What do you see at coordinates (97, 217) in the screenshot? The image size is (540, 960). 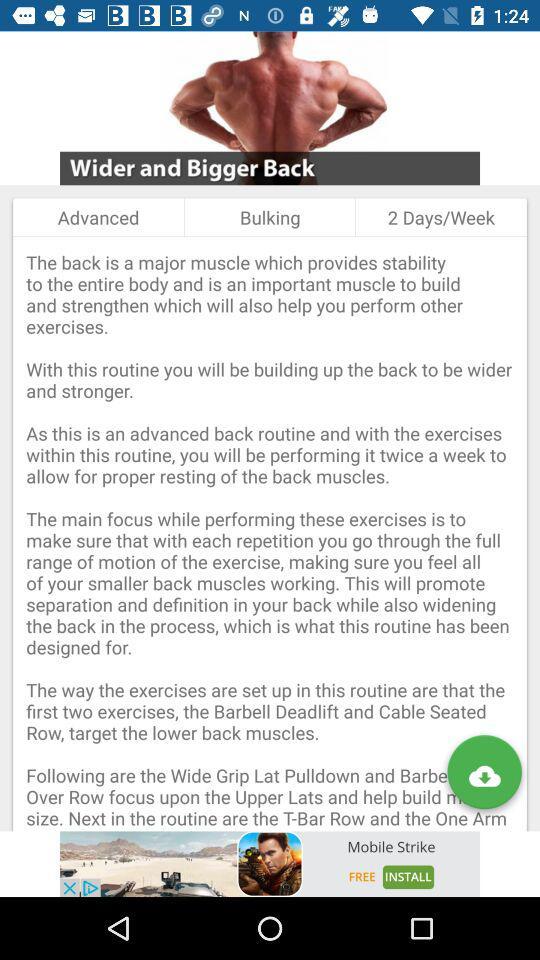 I see `the advanced` at bounding box center [97, 217].